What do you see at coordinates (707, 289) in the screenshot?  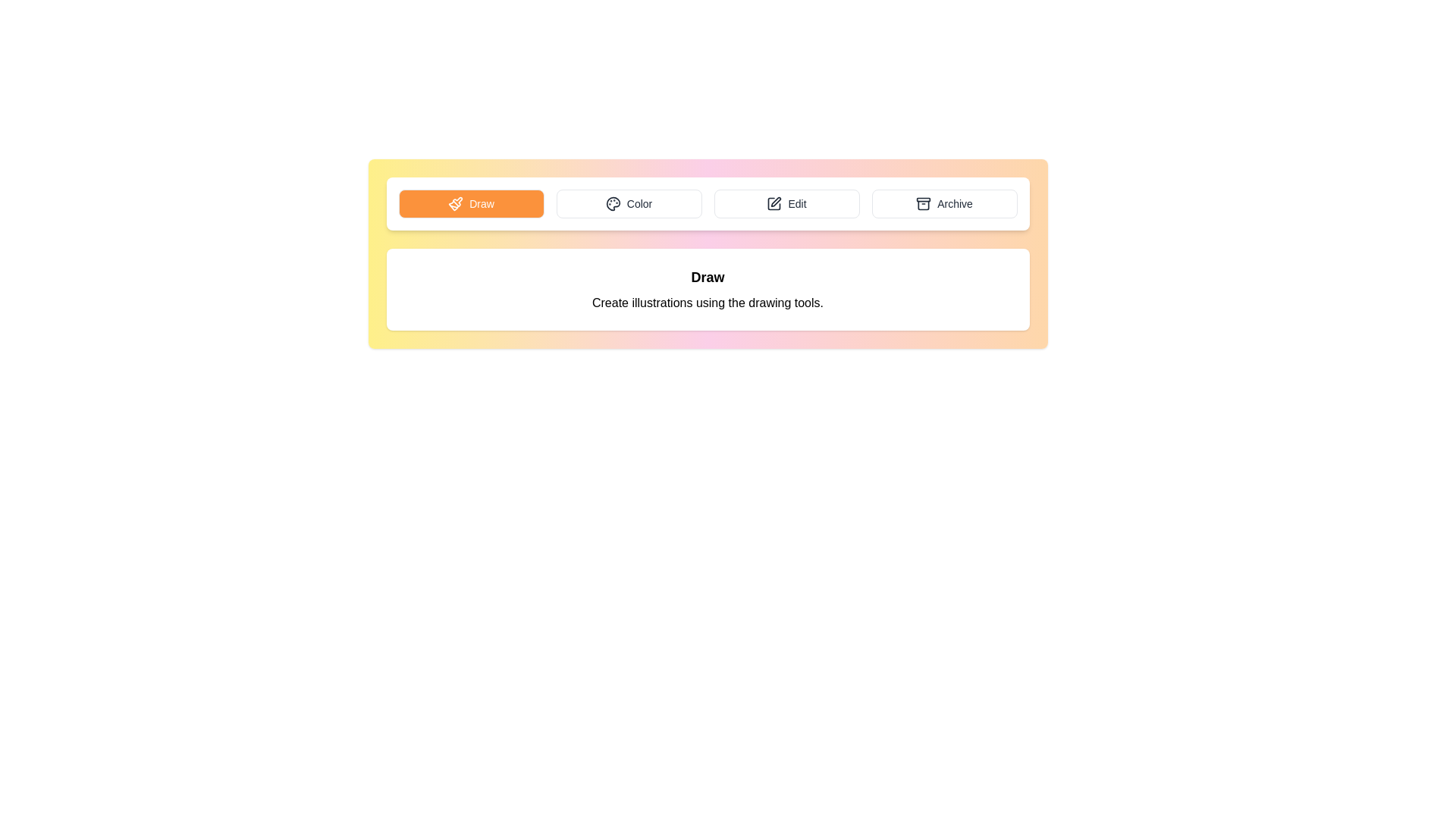 I see `the detailed view text to select it` at bounding box center [707, 289].